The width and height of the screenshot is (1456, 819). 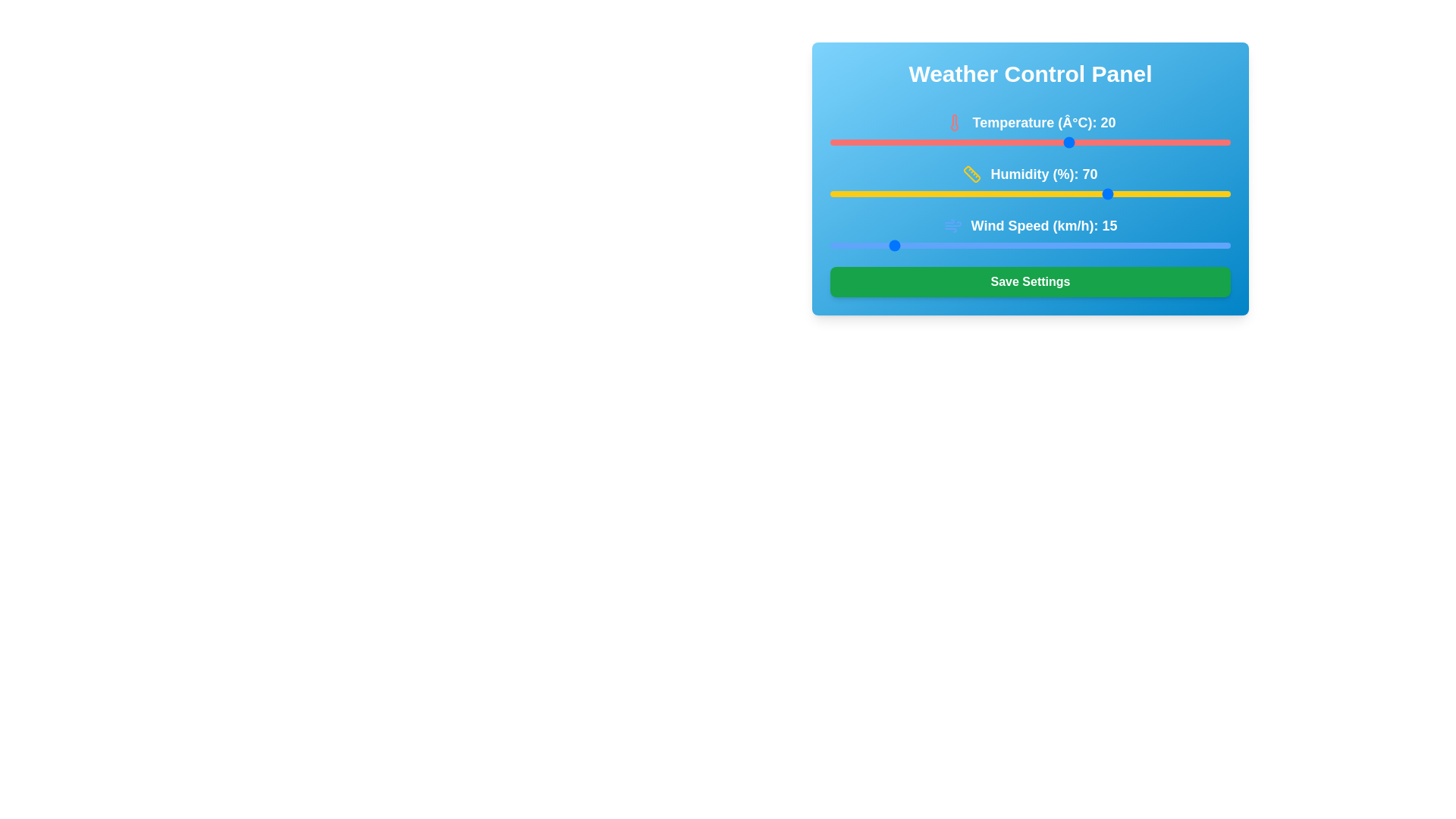 What do you see at coordinates (1142, 193) in the screenshot?
I see `the humidity slider` at bounding box center [1142, 193].